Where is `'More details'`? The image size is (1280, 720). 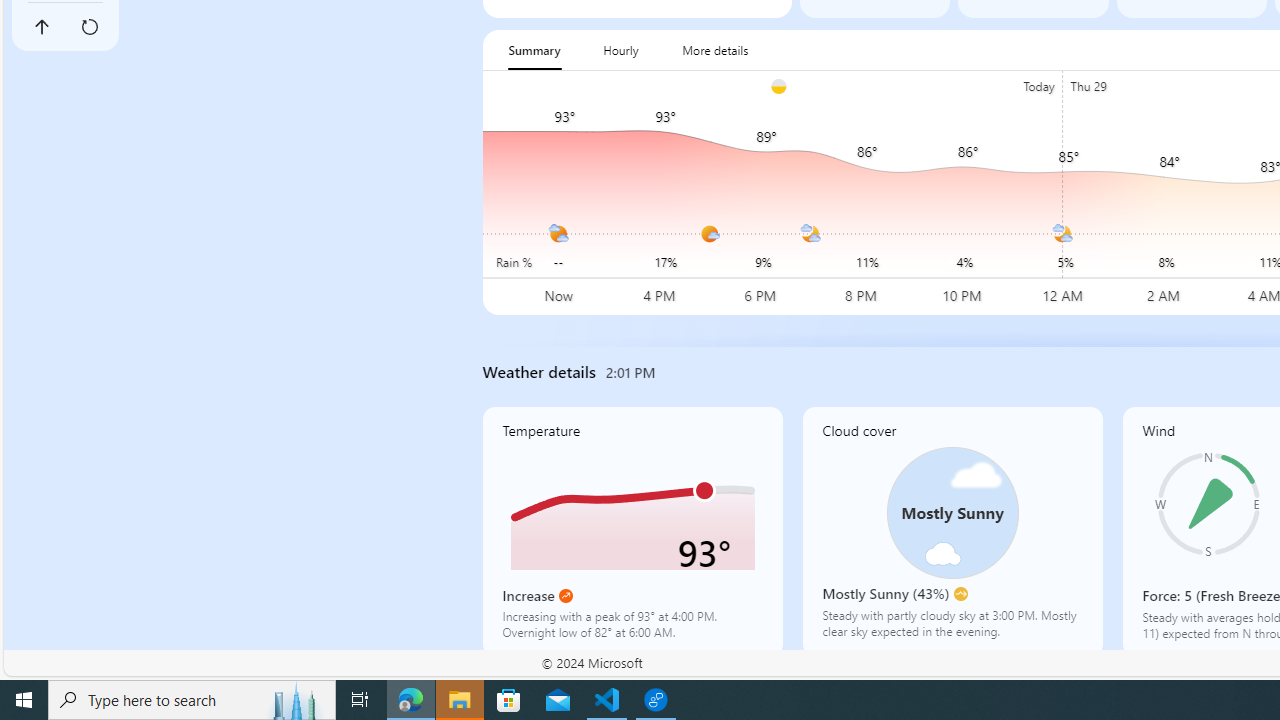
'More details' is located at coordinates (715, 49).